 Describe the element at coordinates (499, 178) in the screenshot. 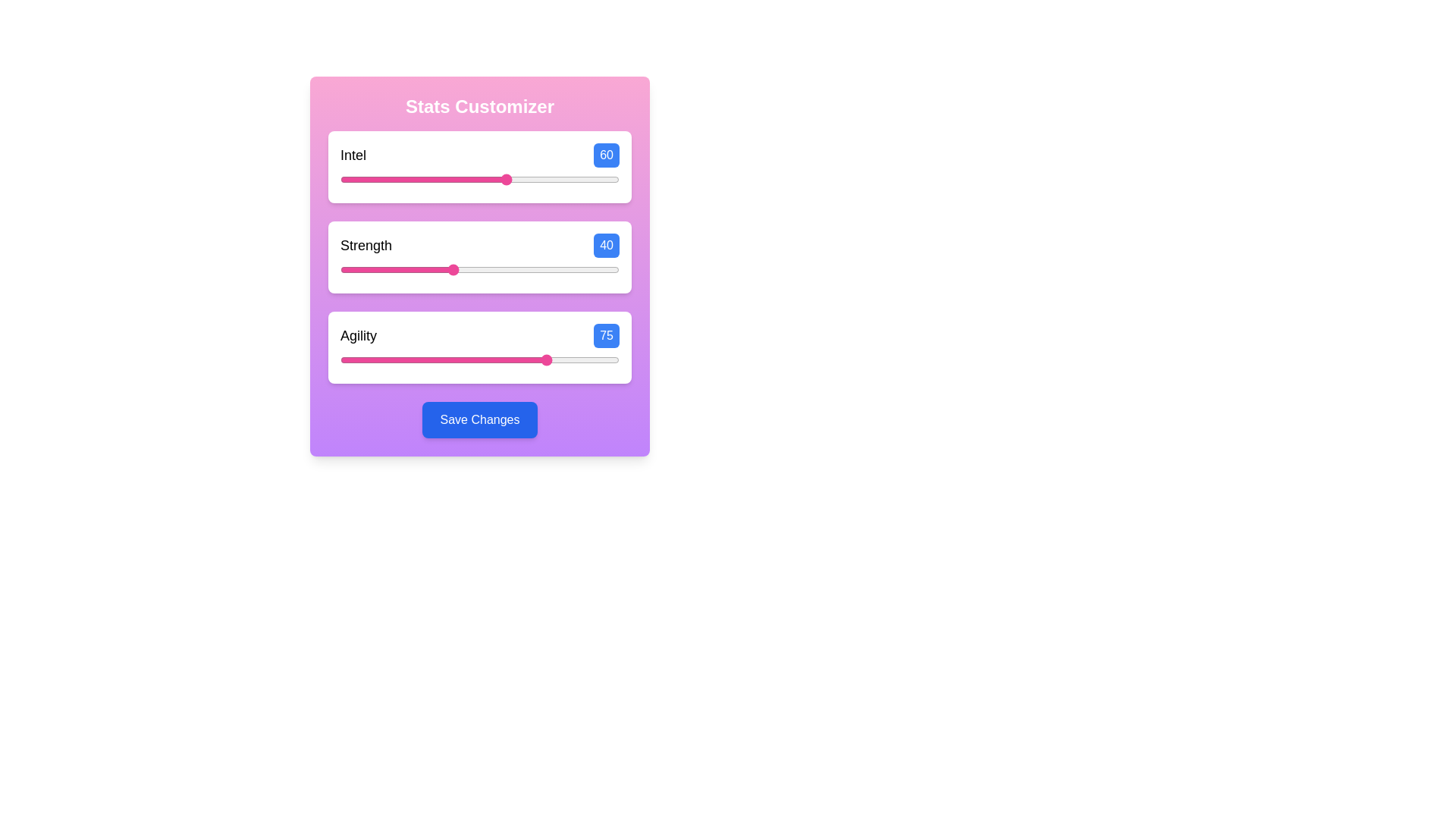

I see `the slider` at that location.